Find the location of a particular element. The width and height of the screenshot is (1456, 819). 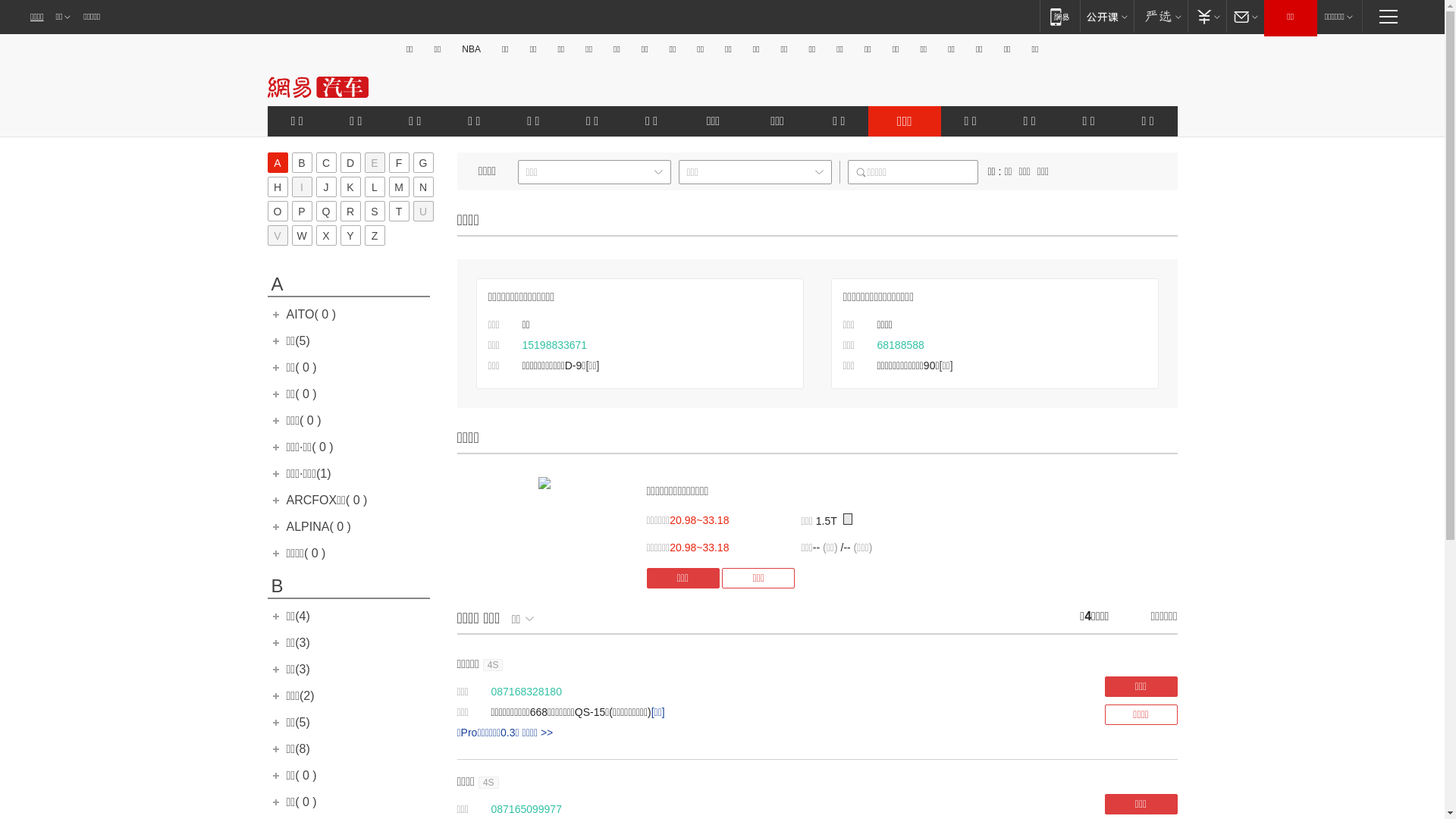

'O' is located at coordinates (277, 211).